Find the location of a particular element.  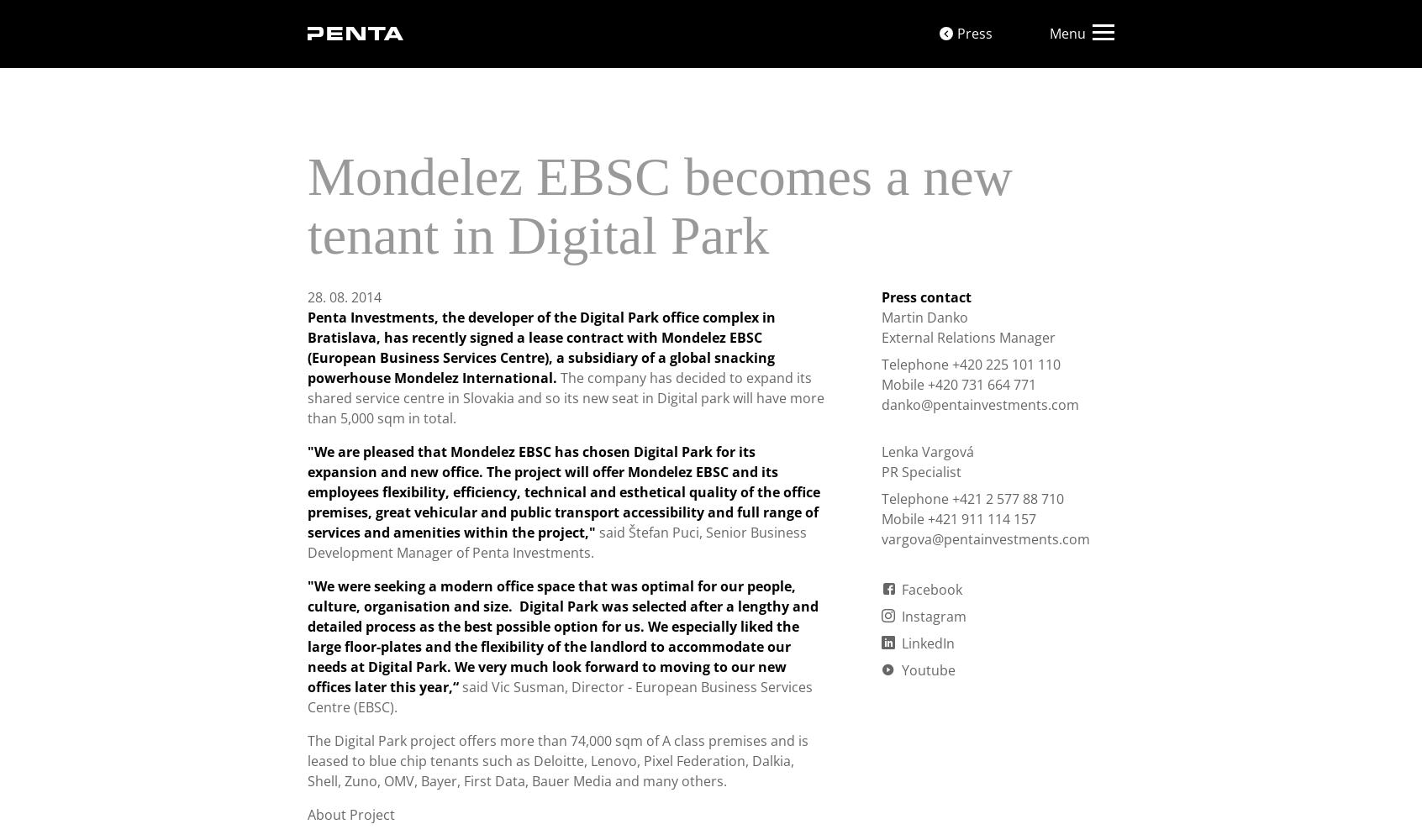

'Mobile +421 911 114 157' is located at coordinates (957, 518).